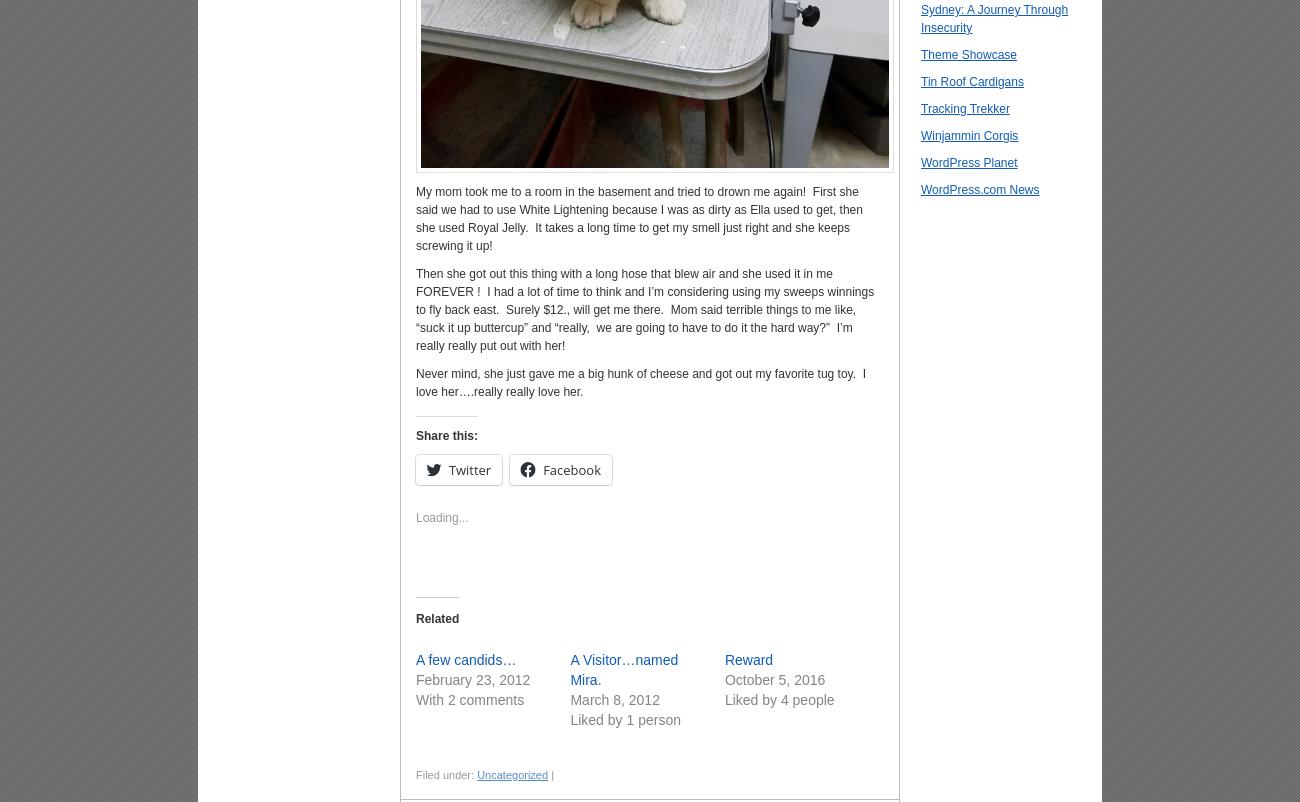 Image resolution: width=1300 pixels, height=802 pixels. What do you see at coordinates (549, 773) in the screenshot?
I see `'|'` at bounding box center [549, 773].